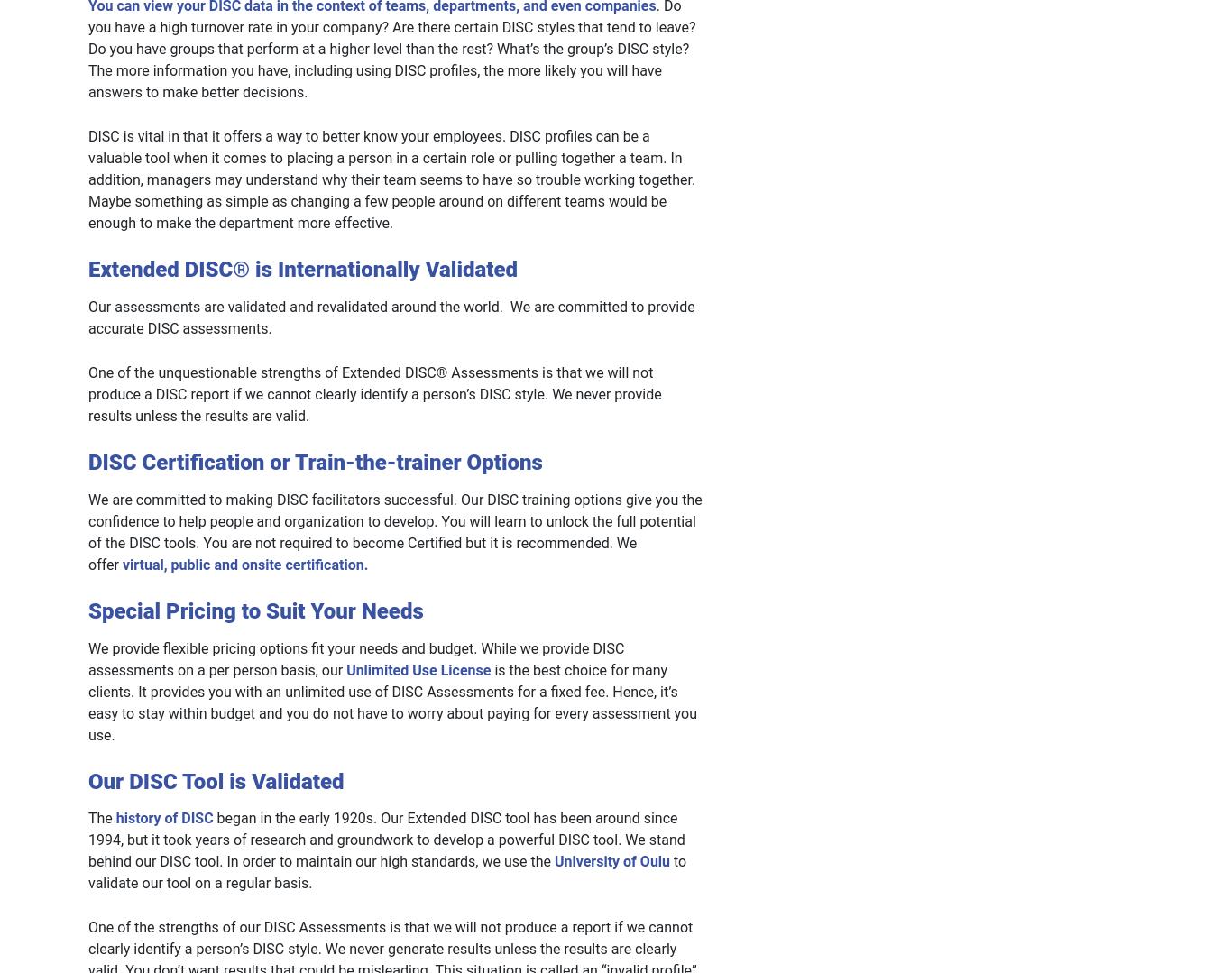 This screenshot has width=1232, height=973. I want to click on 'The', so click(101, 817).